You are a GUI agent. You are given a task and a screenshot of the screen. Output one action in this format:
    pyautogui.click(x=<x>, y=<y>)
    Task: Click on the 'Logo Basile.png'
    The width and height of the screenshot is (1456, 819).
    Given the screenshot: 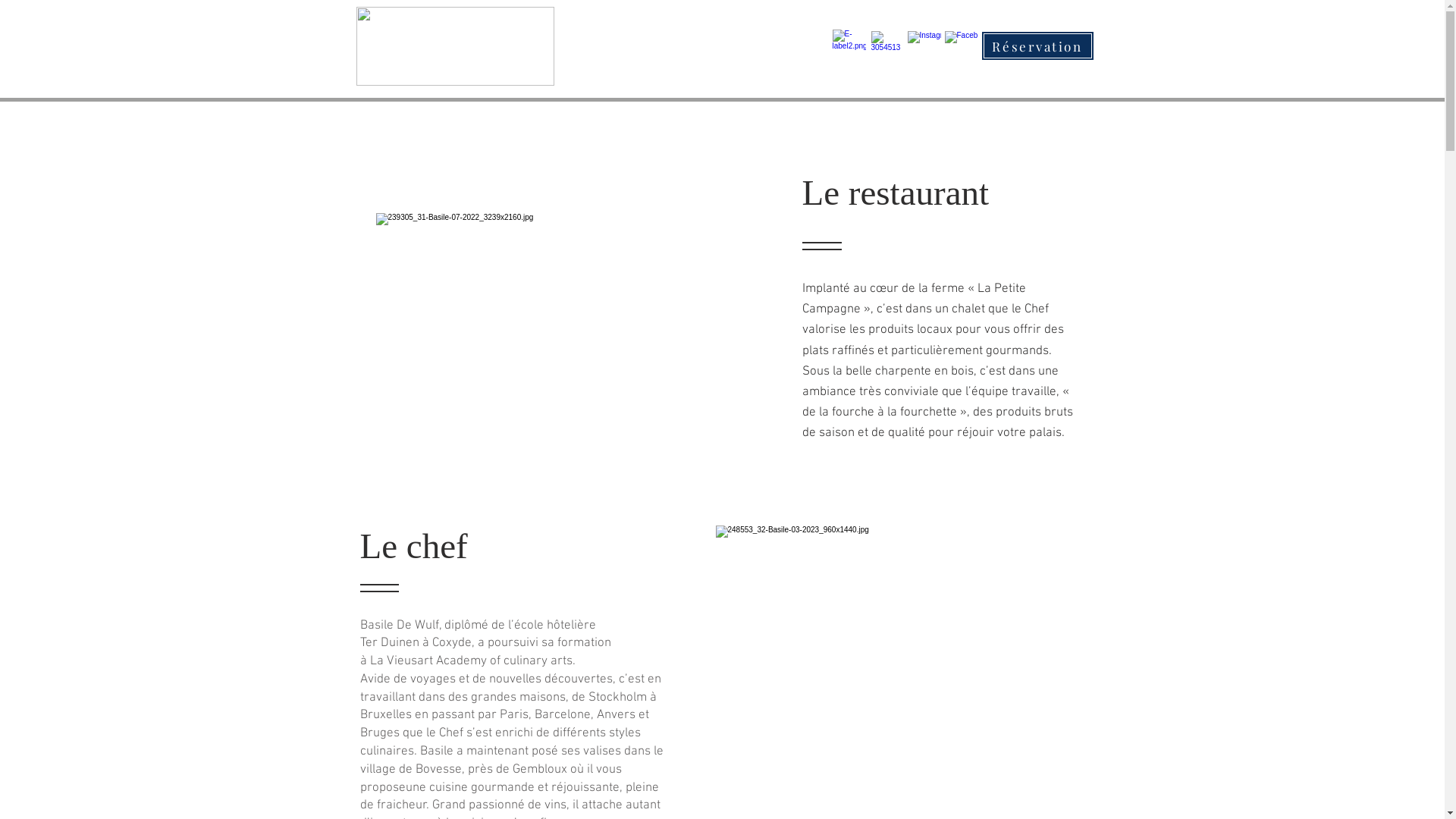 What is the action you would take?
    pyautogui.click(x=454, y=45)
    